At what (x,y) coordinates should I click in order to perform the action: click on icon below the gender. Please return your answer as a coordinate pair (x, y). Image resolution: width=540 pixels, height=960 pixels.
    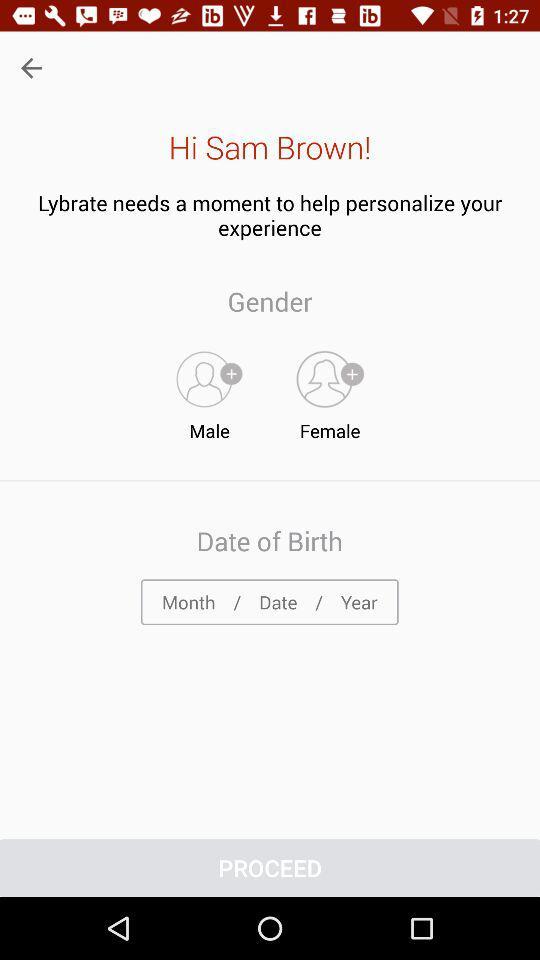
    Looking at the image, I should click on (208, 390).